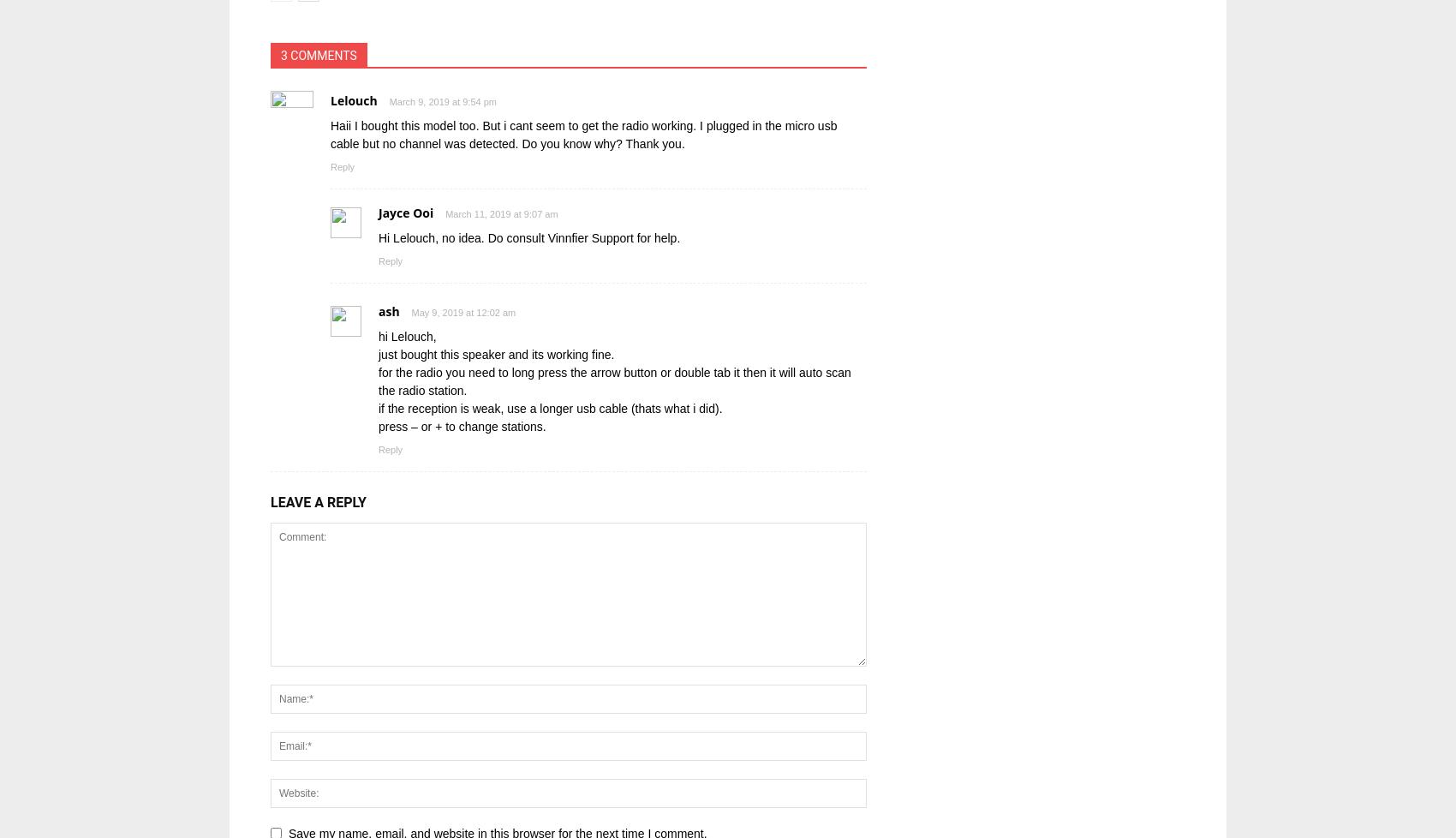  I want to click on 'Haii I bought this model too. But i cant seem to get the radio working. I plugged in the micro usb cable but no channel was detected. Do you know why? Thank you.', so click(583, 135).